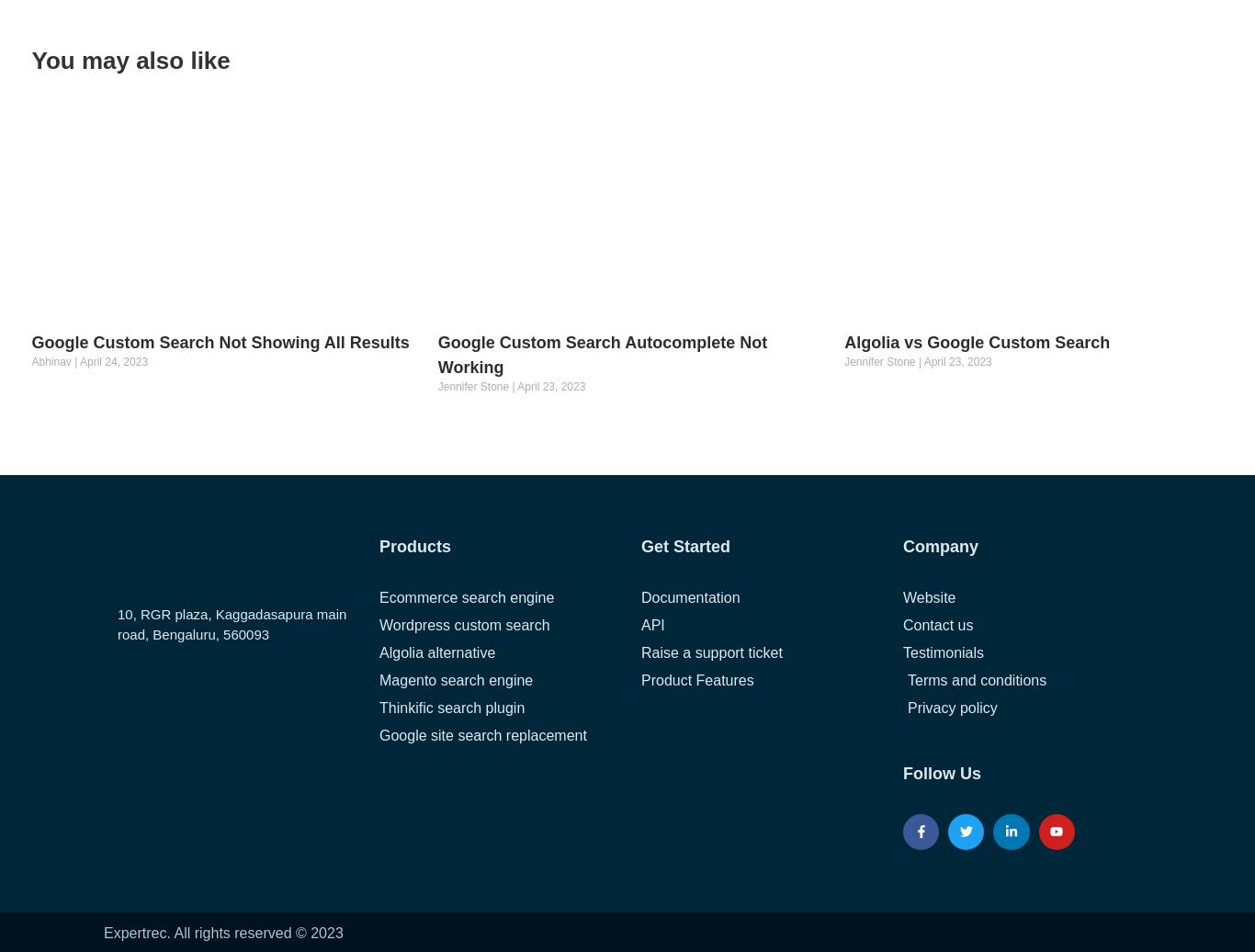  I want to click on 'Algolia vs Google Custom Search', so click(976, 342).